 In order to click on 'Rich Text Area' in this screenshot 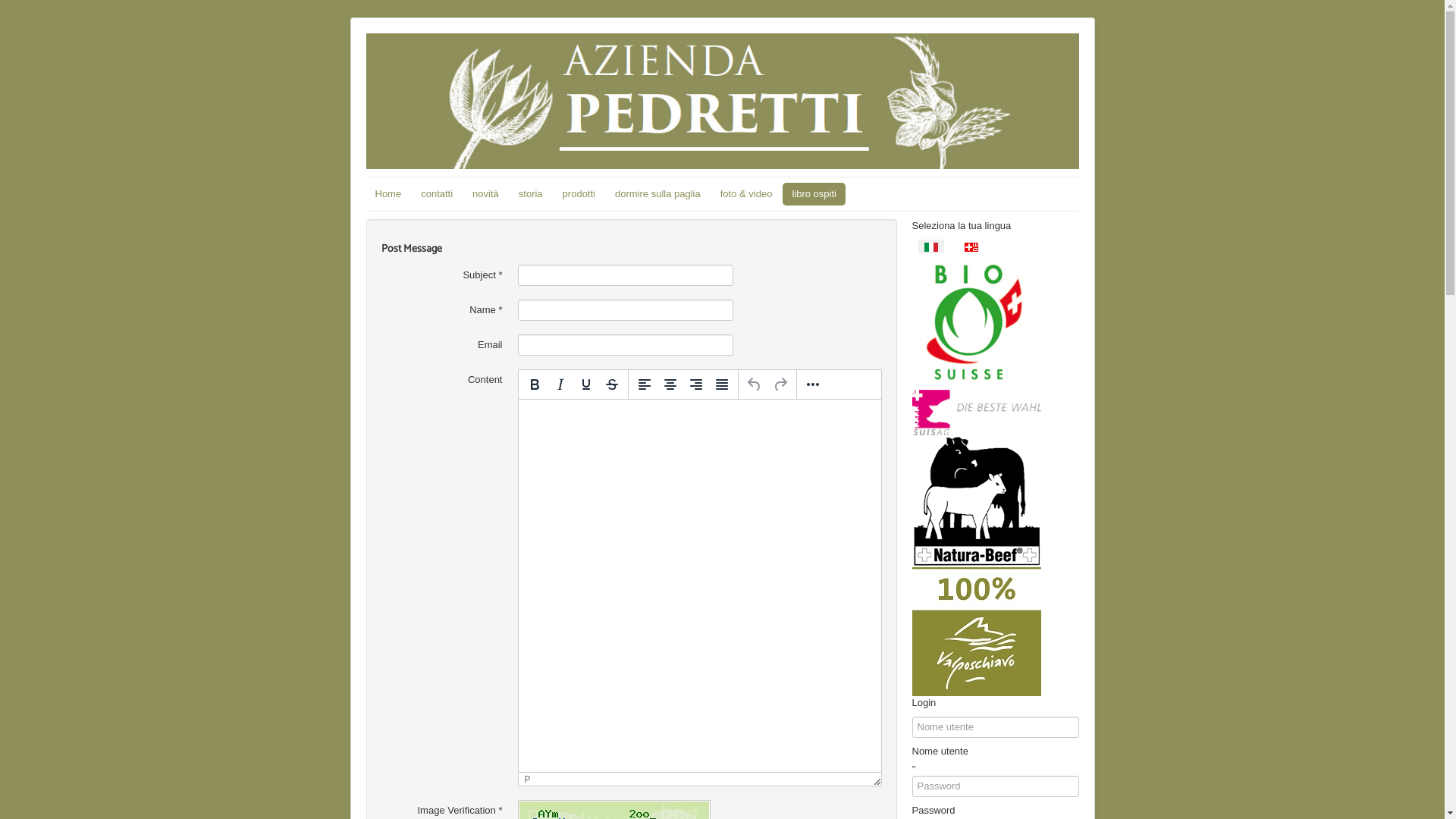, I will do `click(698, 585)`.